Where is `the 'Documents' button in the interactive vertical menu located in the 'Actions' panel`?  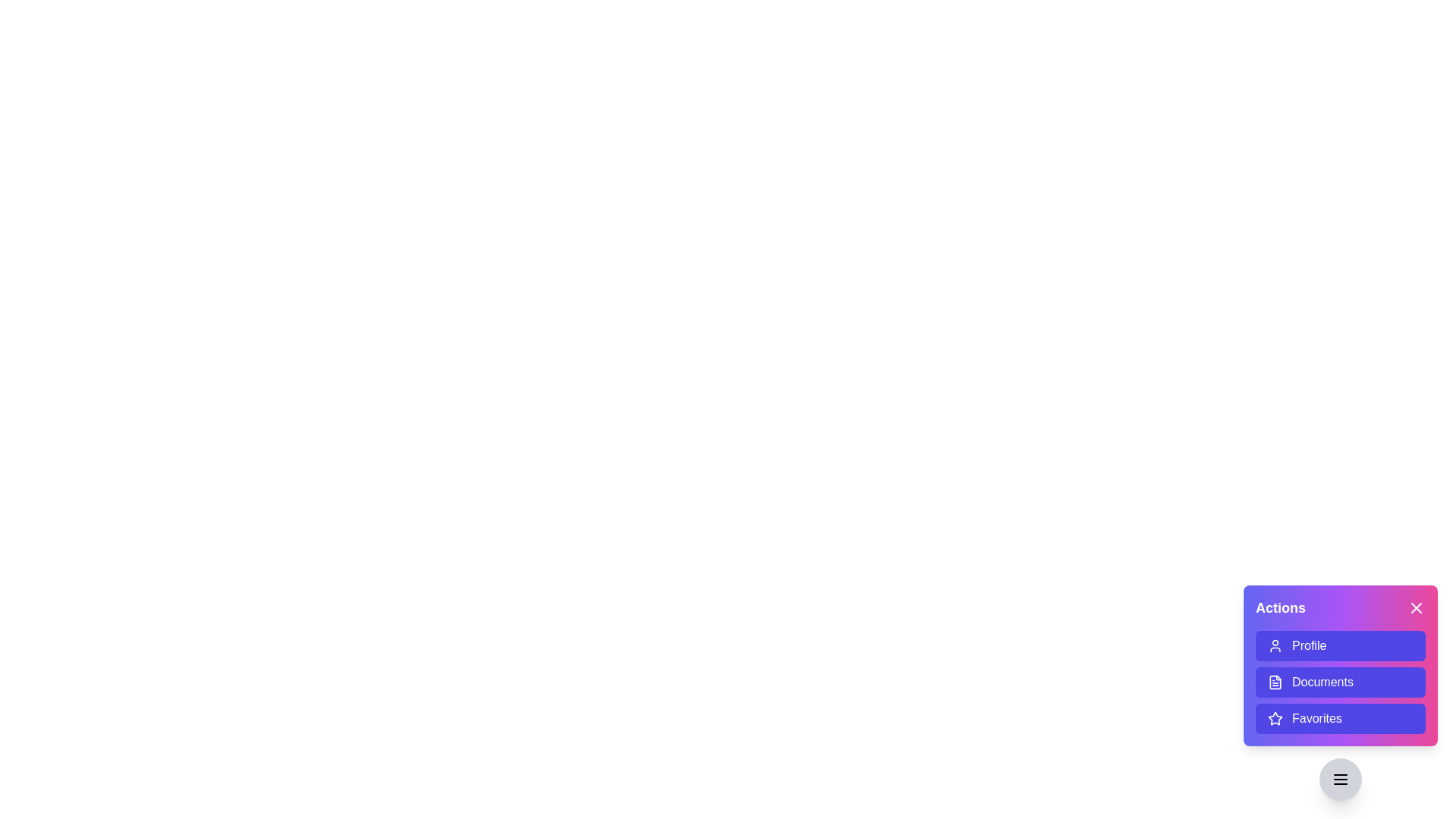 the 'Documents' button in the interactive vertical menu located in the 'Actions' panel is located at coordinates (1340, 681).